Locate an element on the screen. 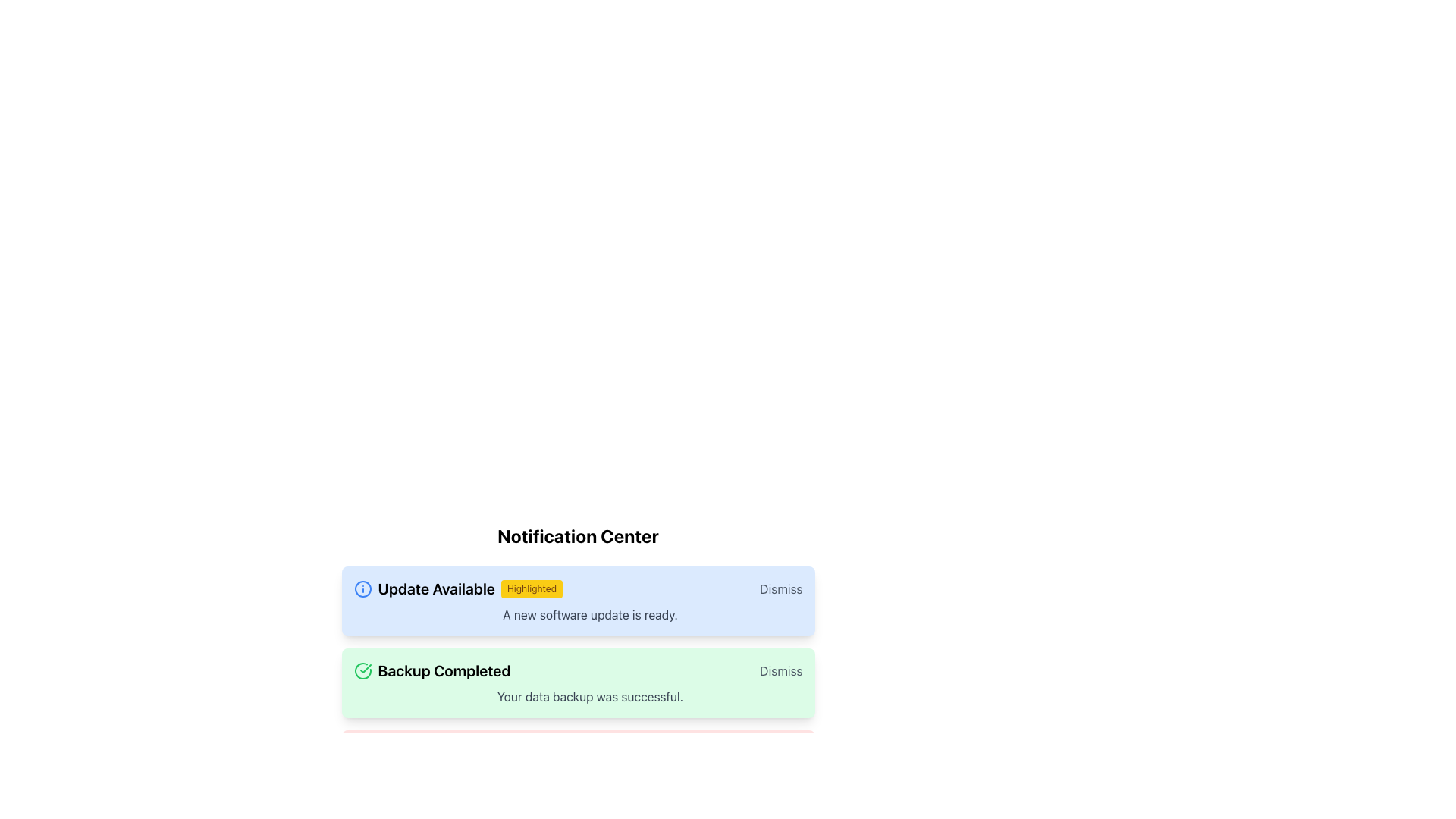  the second notification card in the 'Notification Center' is located at coordinates (577, 661).